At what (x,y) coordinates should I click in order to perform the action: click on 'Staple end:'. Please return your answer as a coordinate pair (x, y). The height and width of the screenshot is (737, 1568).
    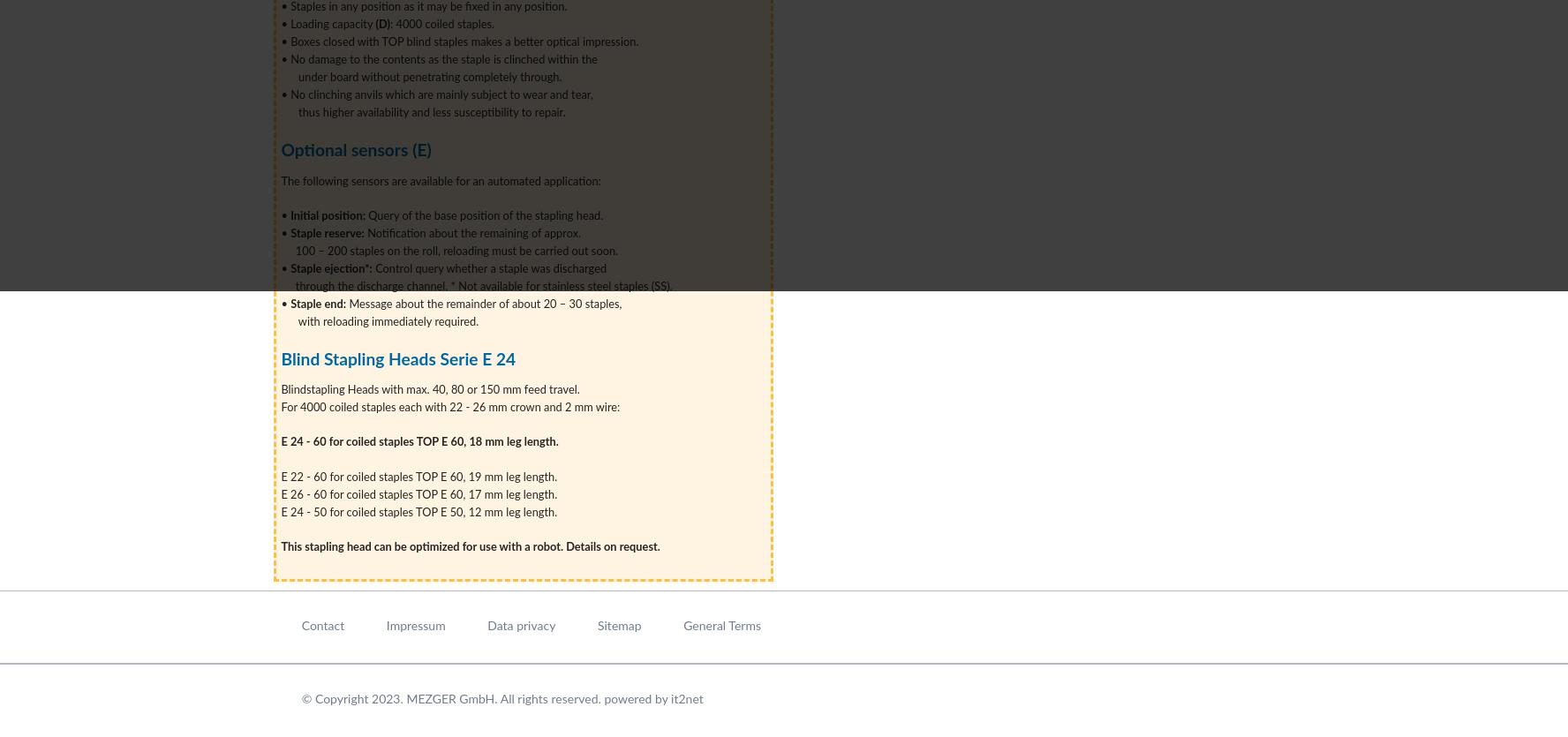
    Looking at the image, I should click on (317, 304).